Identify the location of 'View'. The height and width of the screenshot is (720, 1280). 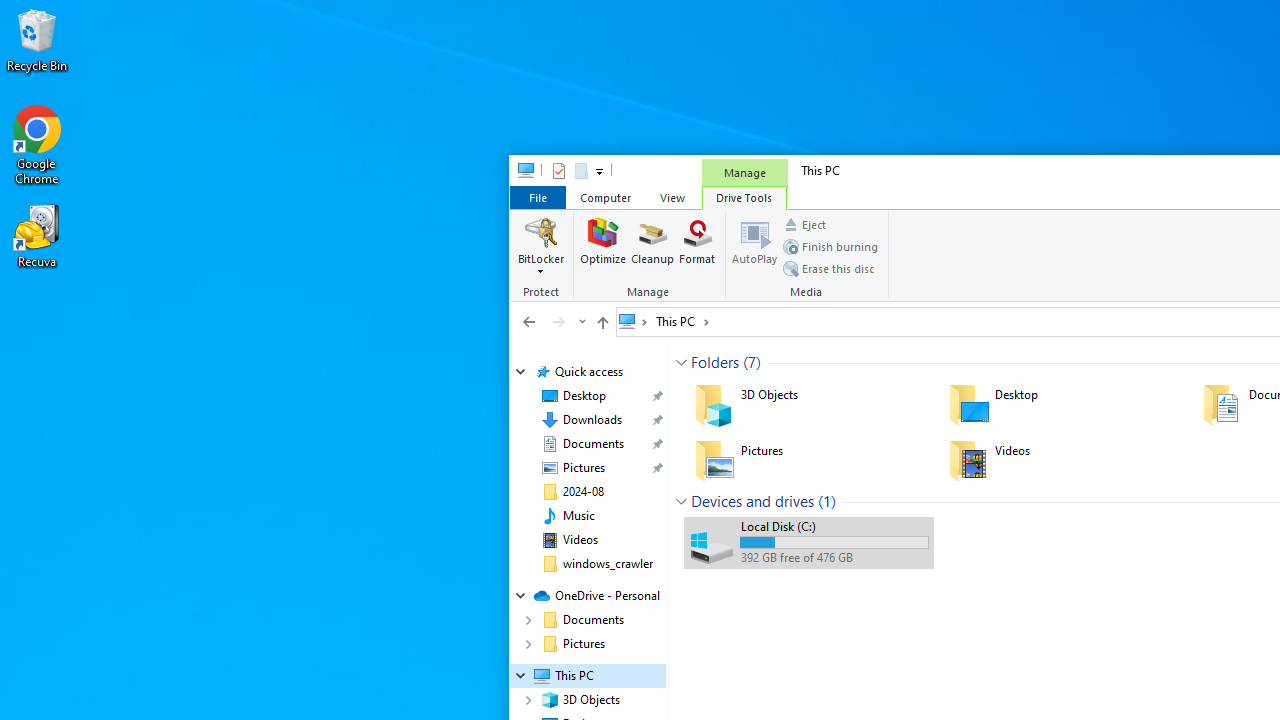
(672, 197).